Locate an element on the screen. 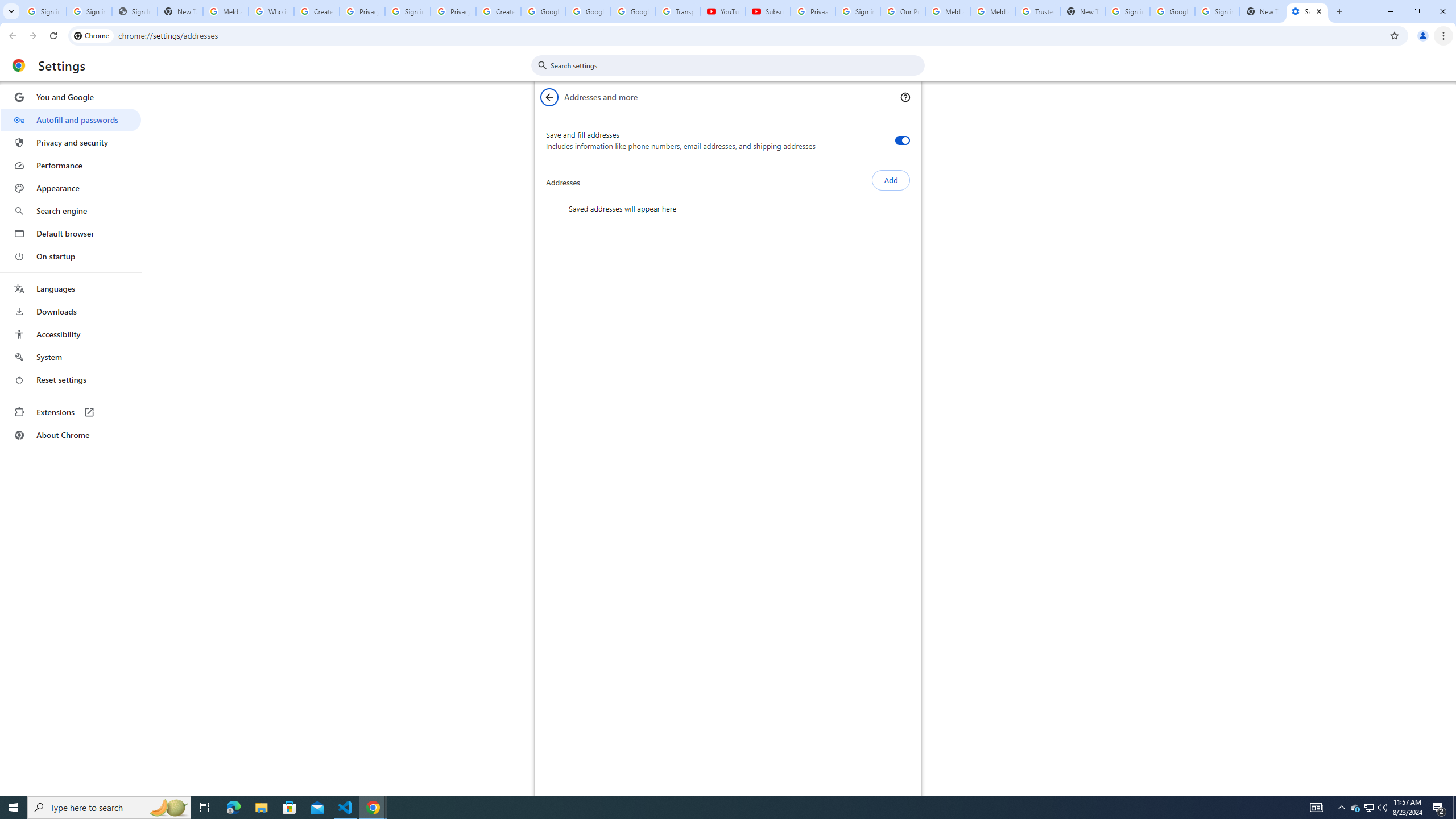 This screenshot has width=1456, height=819. 'New Tab' is located at coordinates (1261, 11).